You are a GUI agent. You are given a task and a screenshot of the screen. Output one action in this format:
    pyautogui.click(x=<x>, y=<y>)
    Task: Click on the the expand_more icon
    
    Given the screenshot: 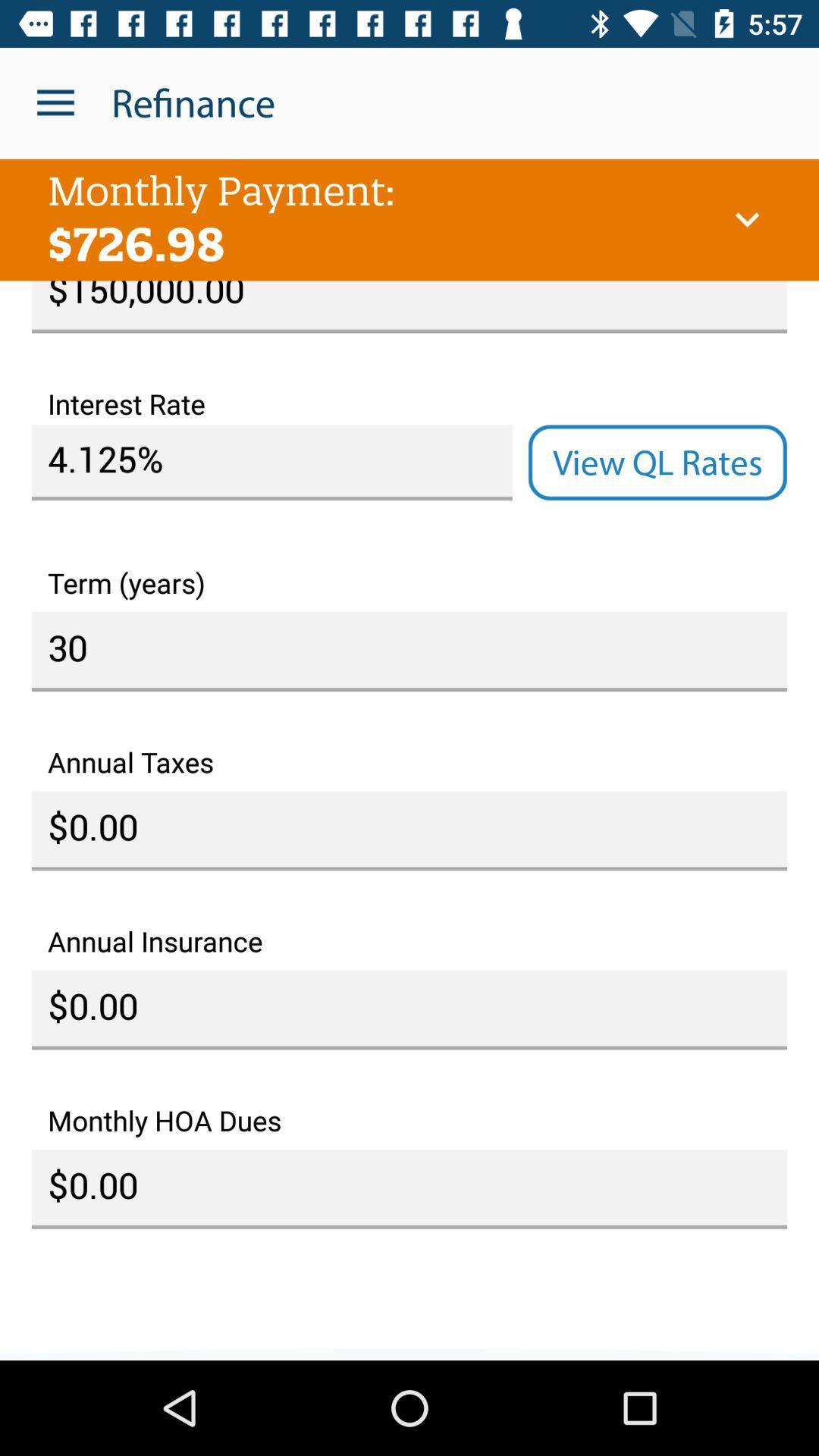 What is the action you would take?
    pyautogui.click(x=746, y=219)
    